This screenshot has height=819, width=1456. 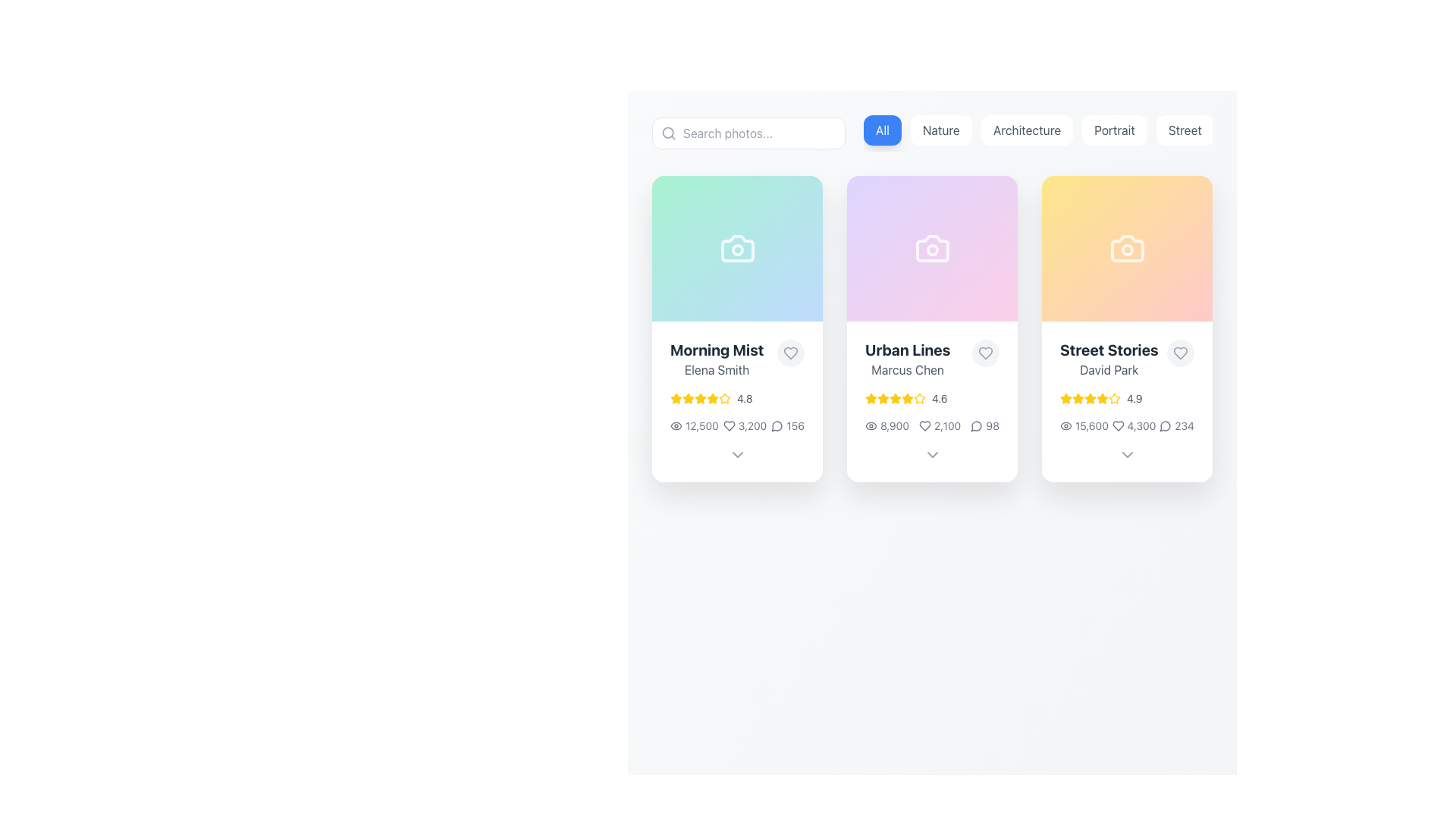 I want to click on the camera icon with a circular lens at its center, which is located centrally within the second card of a three-card horizontal layout, themed with a violet-to-pink gradient background, so click(x=931, y=247).